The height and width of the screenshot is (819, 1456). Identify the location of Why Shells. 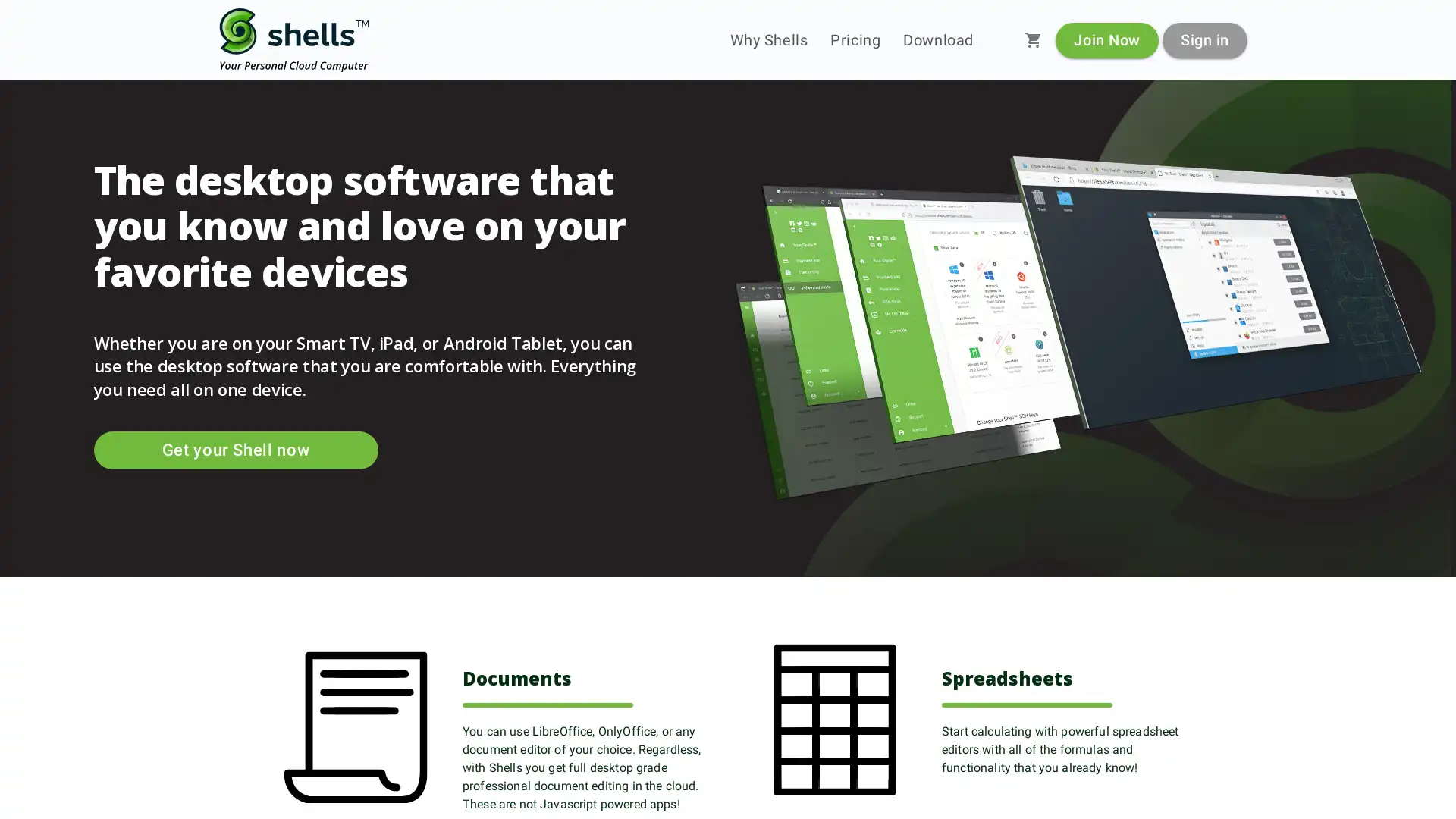
(768, 39).